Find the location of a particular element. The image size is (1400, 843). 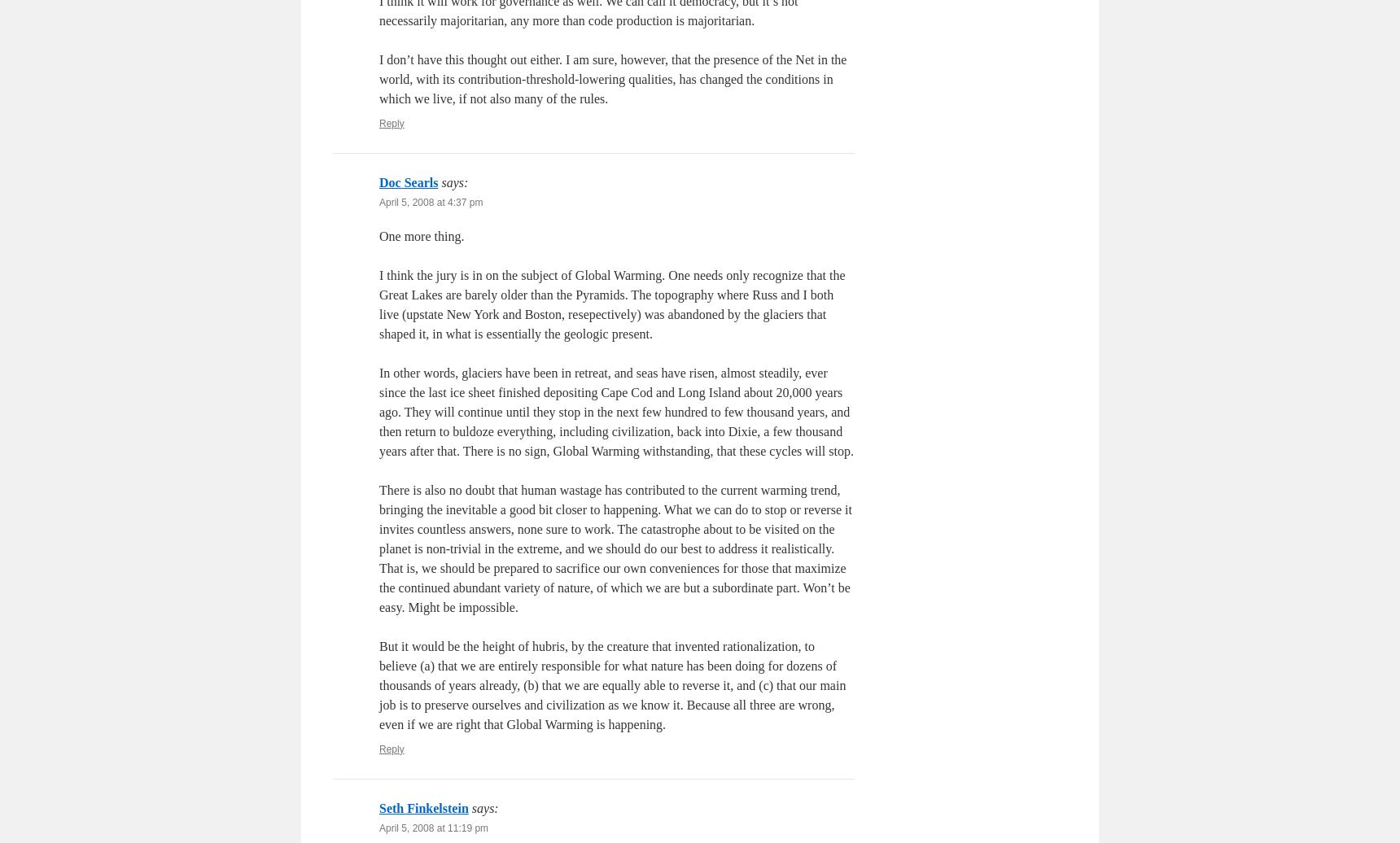

'There is also no doubt that human wastage has contributed to the current warming trend, bringing the inevitable a good bit closer to happening. What we can do to stop or reverse it invites countless answers, none sure to work. The catastrophe about to be visited on the planet is non-trivial in the extreme, and we should do our best to address it realistically. That is, we should be prepared to sacrifice our own conveniences for those that maximize the continued abundant variety of nature, of which we are but a subordinate part. Won’t be easy. Might be impossible.' is located at coordinates (614, 548).